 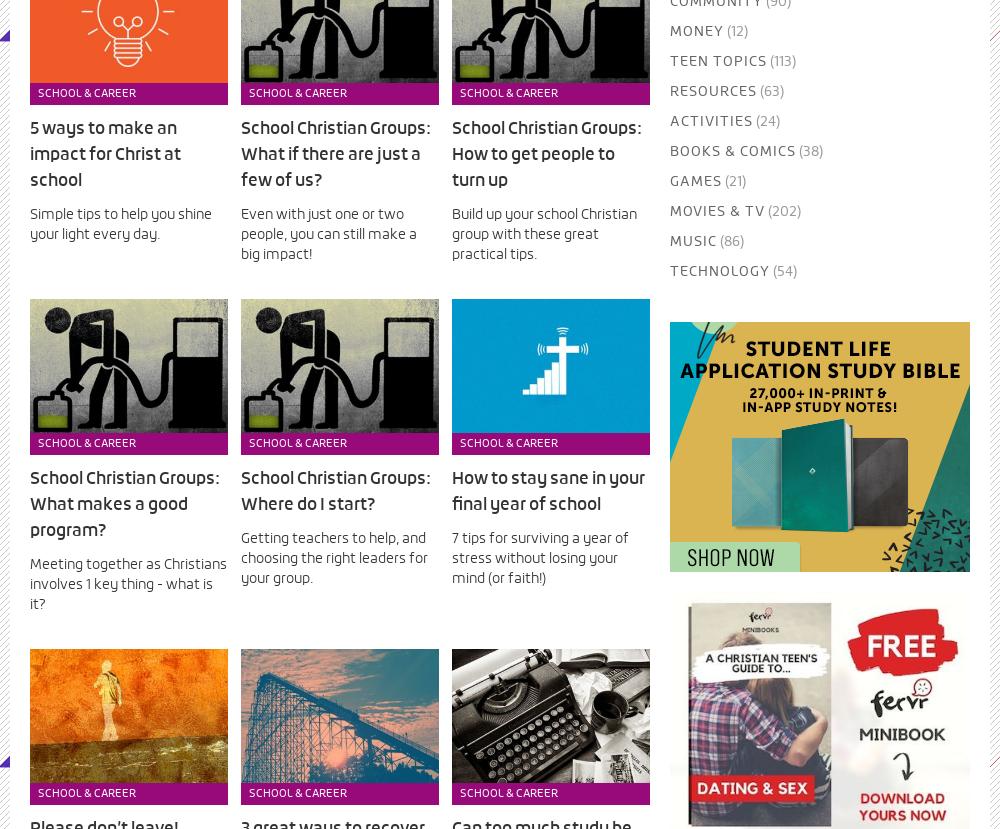 What do you see at coordinates (734, 31) in the screenshot?
I see `'(12)'` at bounding box center [734, 31].